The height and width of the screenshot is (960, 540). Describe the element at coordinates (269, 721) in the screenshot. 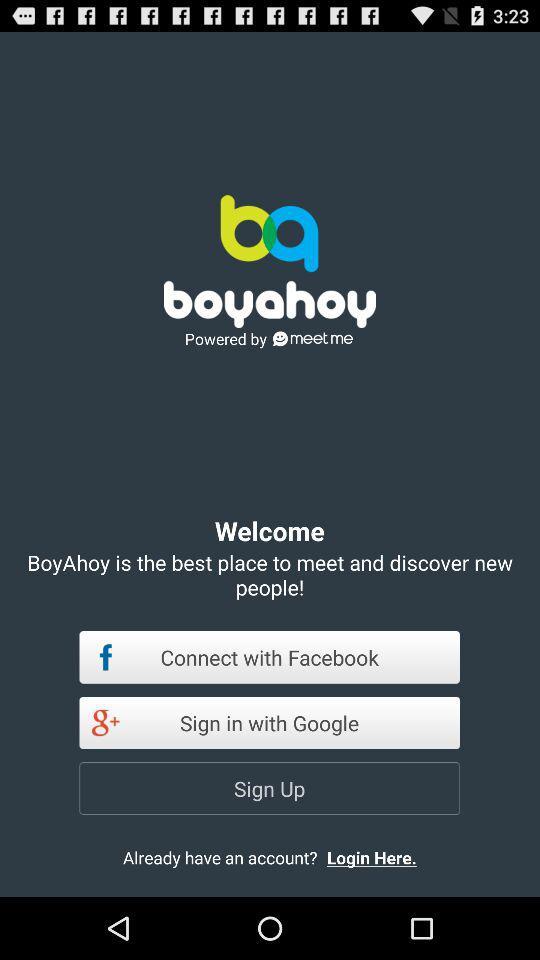

I see `sign in with item` at that location.